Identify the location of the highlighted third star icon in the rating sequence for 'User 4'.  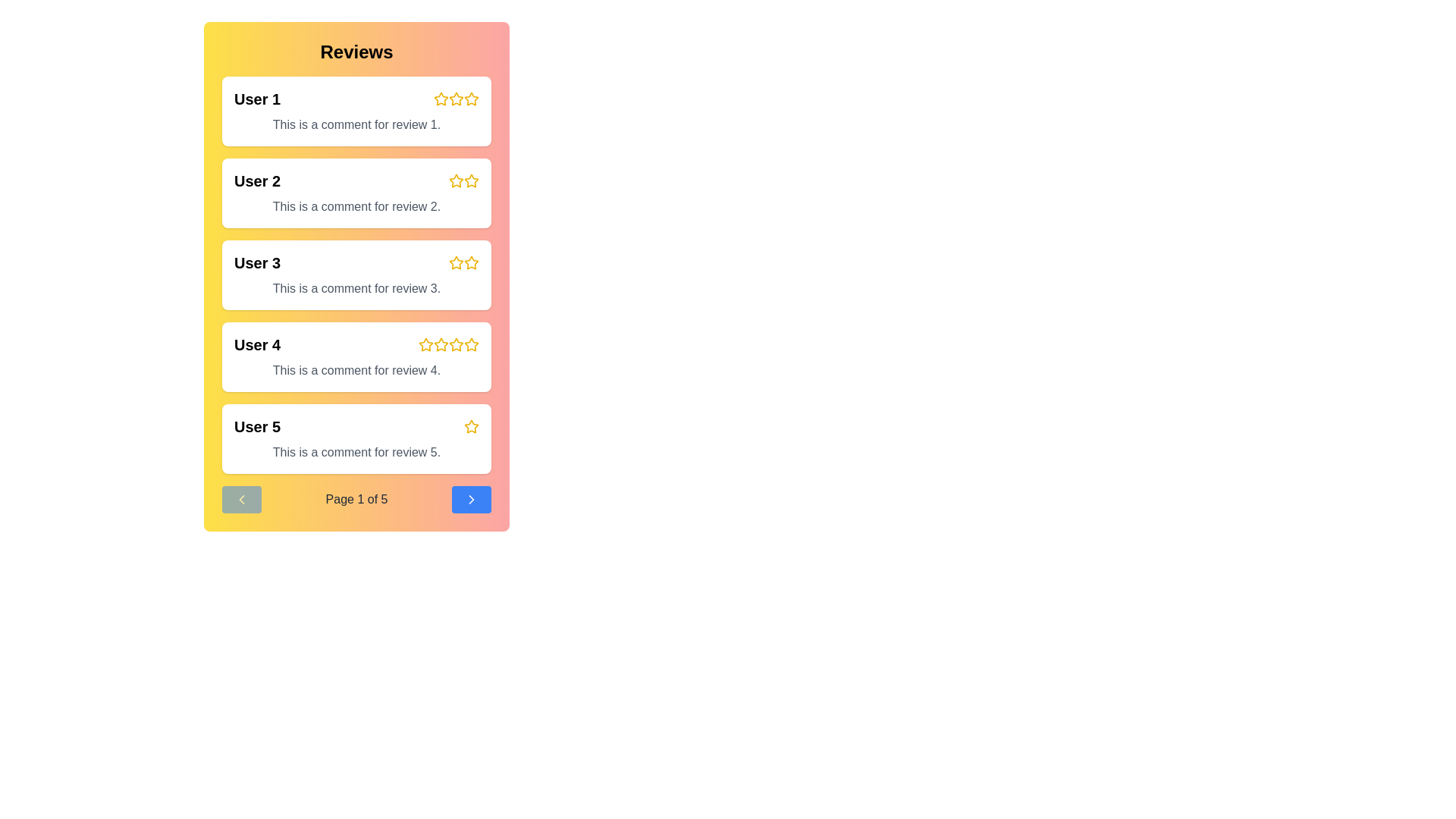
(447, 345).